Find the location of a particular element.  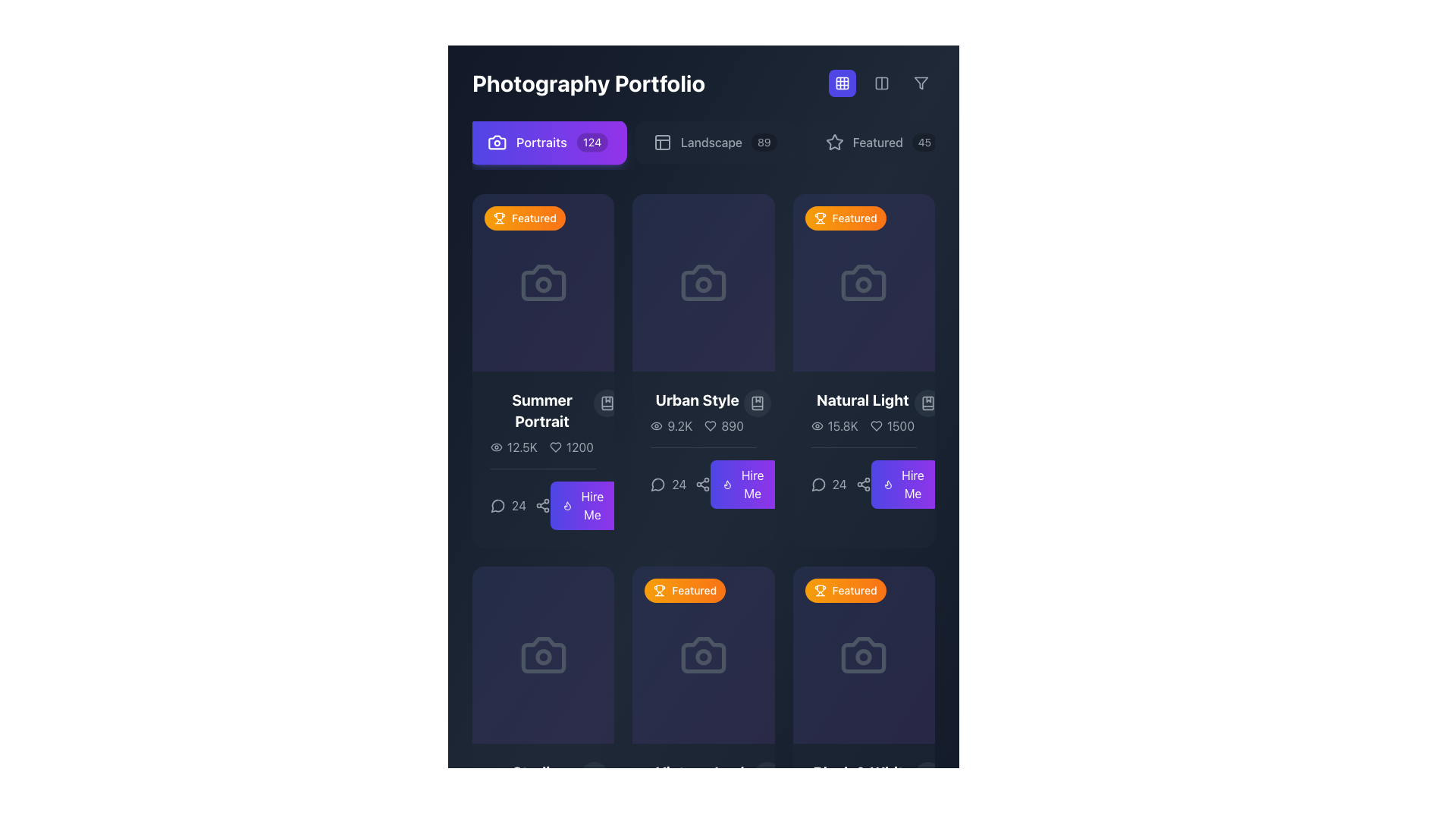

the Text Label displaying the number '24' located below the 'Summer Portrait' section is located at coordinates (520, 506).